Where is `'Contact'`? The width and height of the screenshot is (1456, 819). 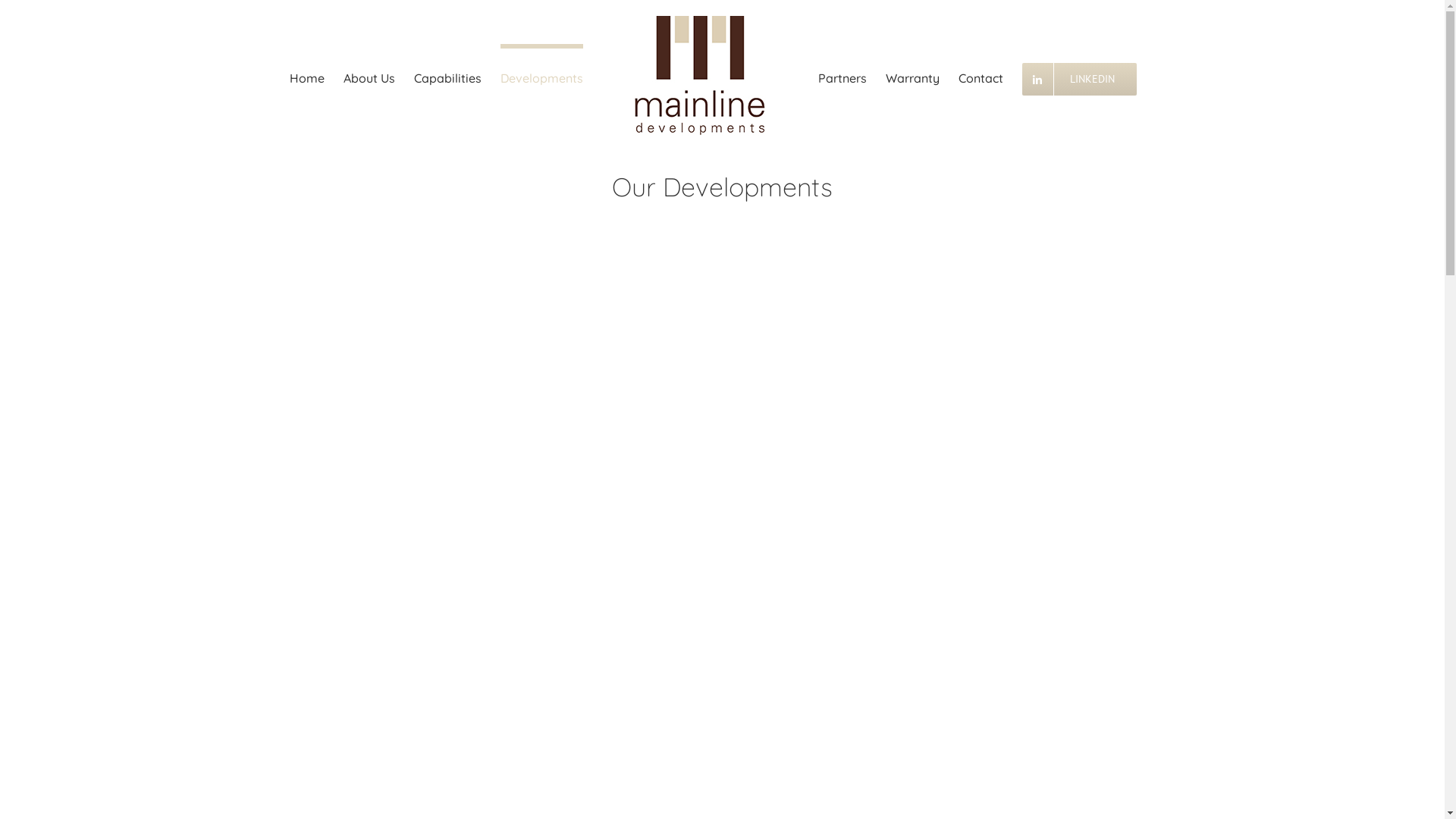
'Contact' is located at coordinates (957, 76).